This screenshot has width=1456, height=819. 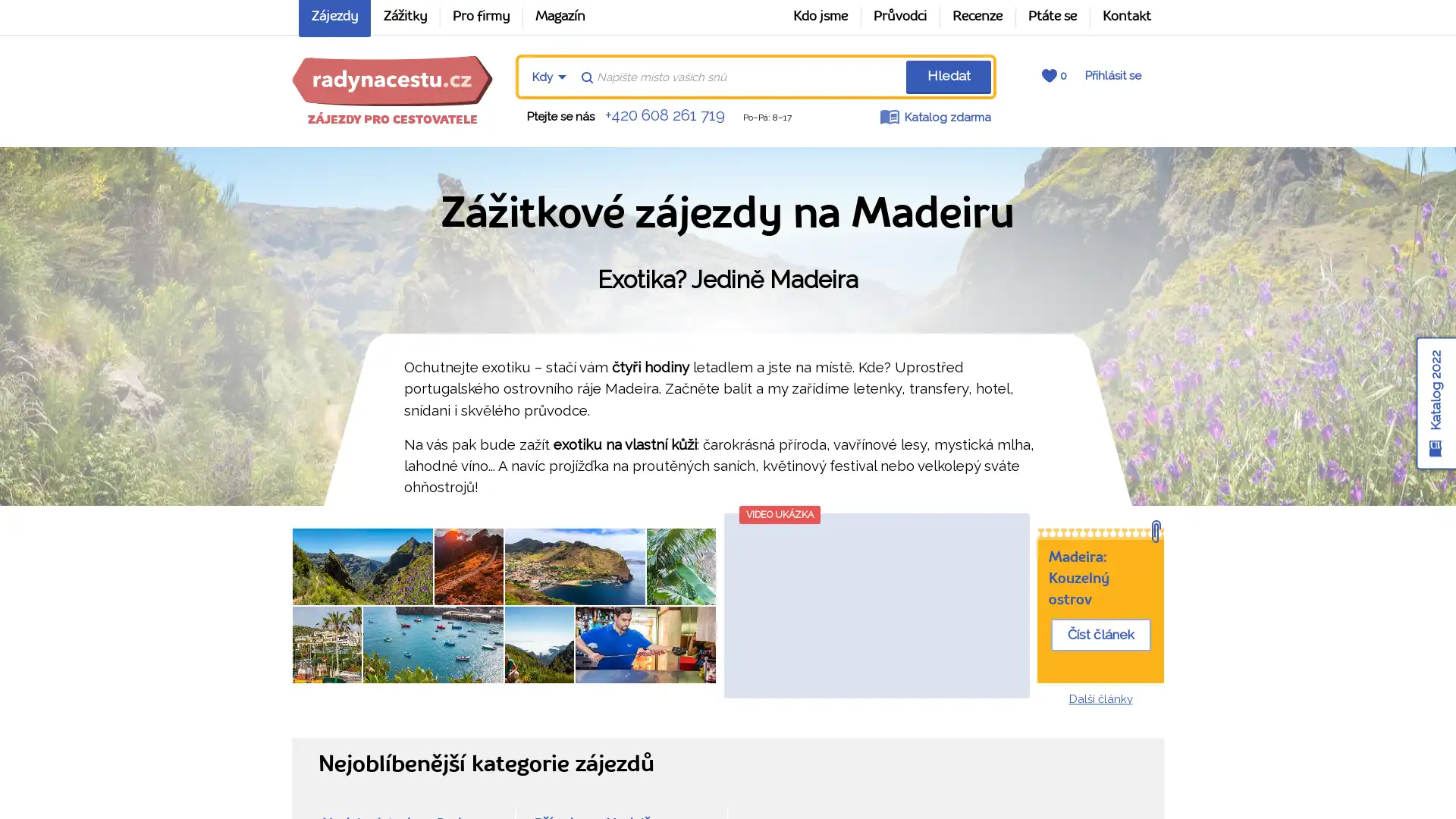 I want to click on Hledat, so click(x=947, y=77).